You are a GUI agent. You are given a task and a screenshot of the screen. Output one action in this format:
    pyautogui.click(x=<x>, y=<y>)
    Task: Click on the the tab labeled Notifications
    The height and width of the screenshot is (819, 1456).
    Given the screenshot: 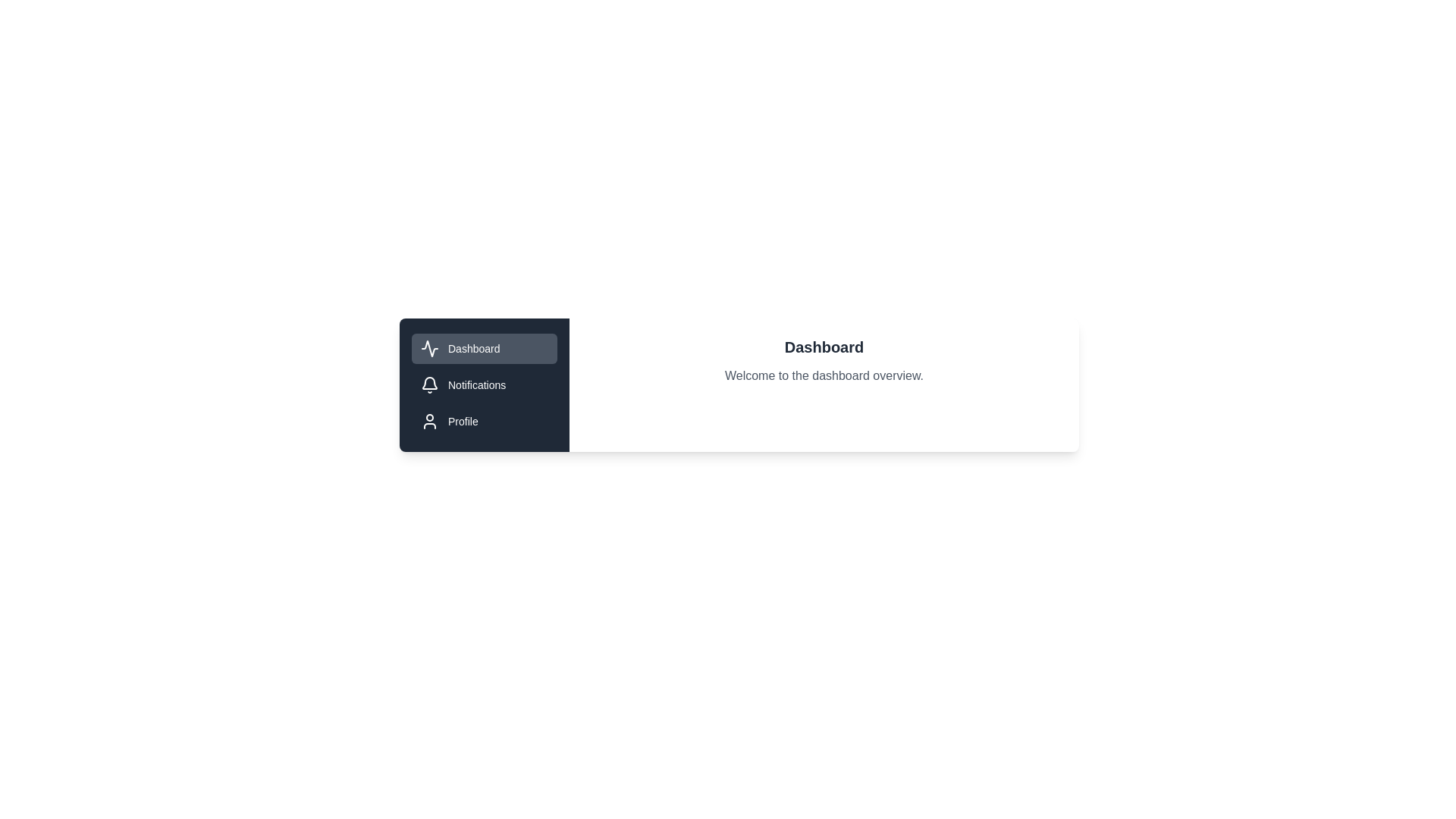 What is the action you would take?
    pyautogui.click(x=483, y=384)
    